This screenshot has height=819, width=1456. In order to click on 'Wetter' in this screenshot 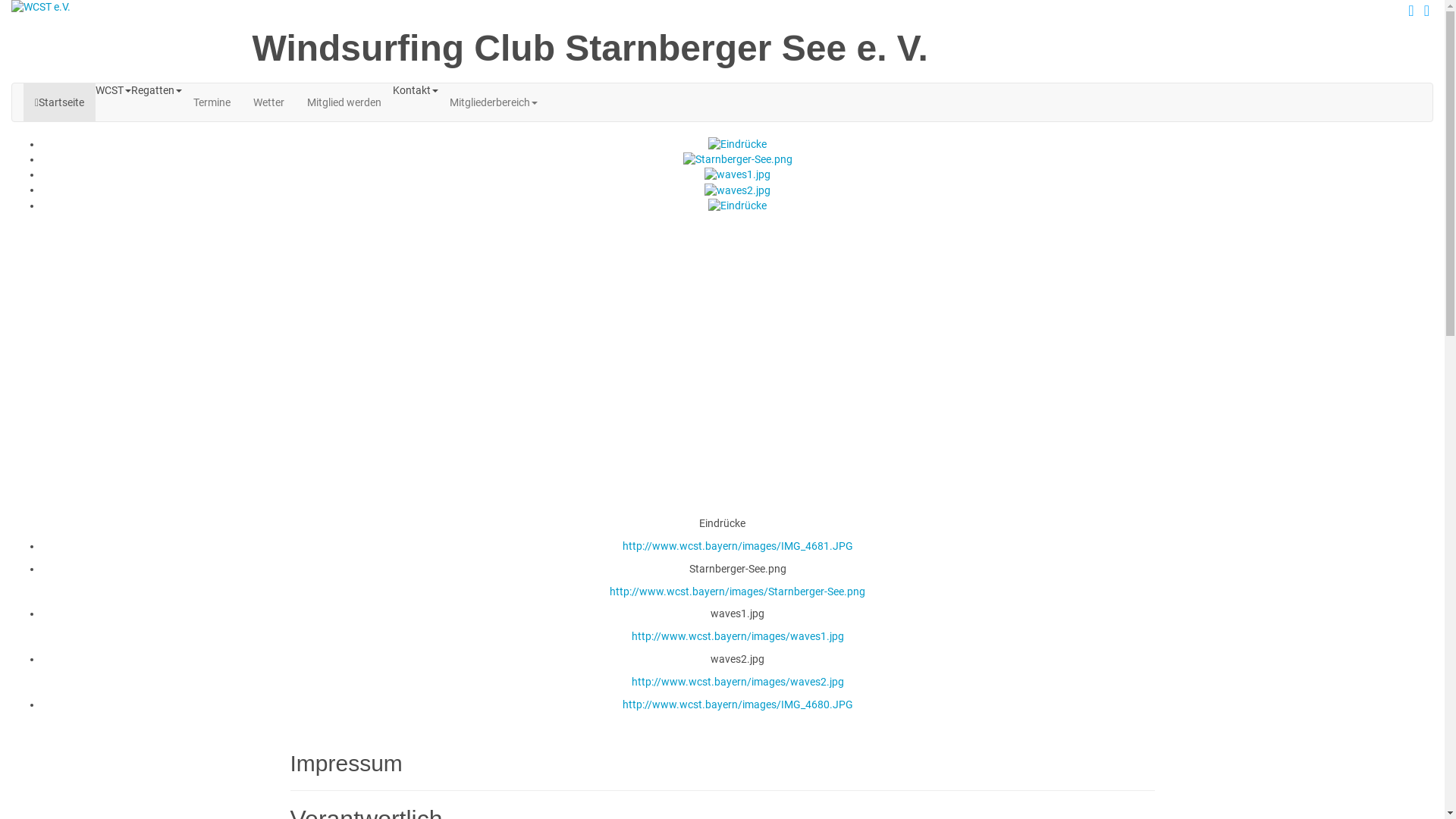, I will do `click(268, 102)`.